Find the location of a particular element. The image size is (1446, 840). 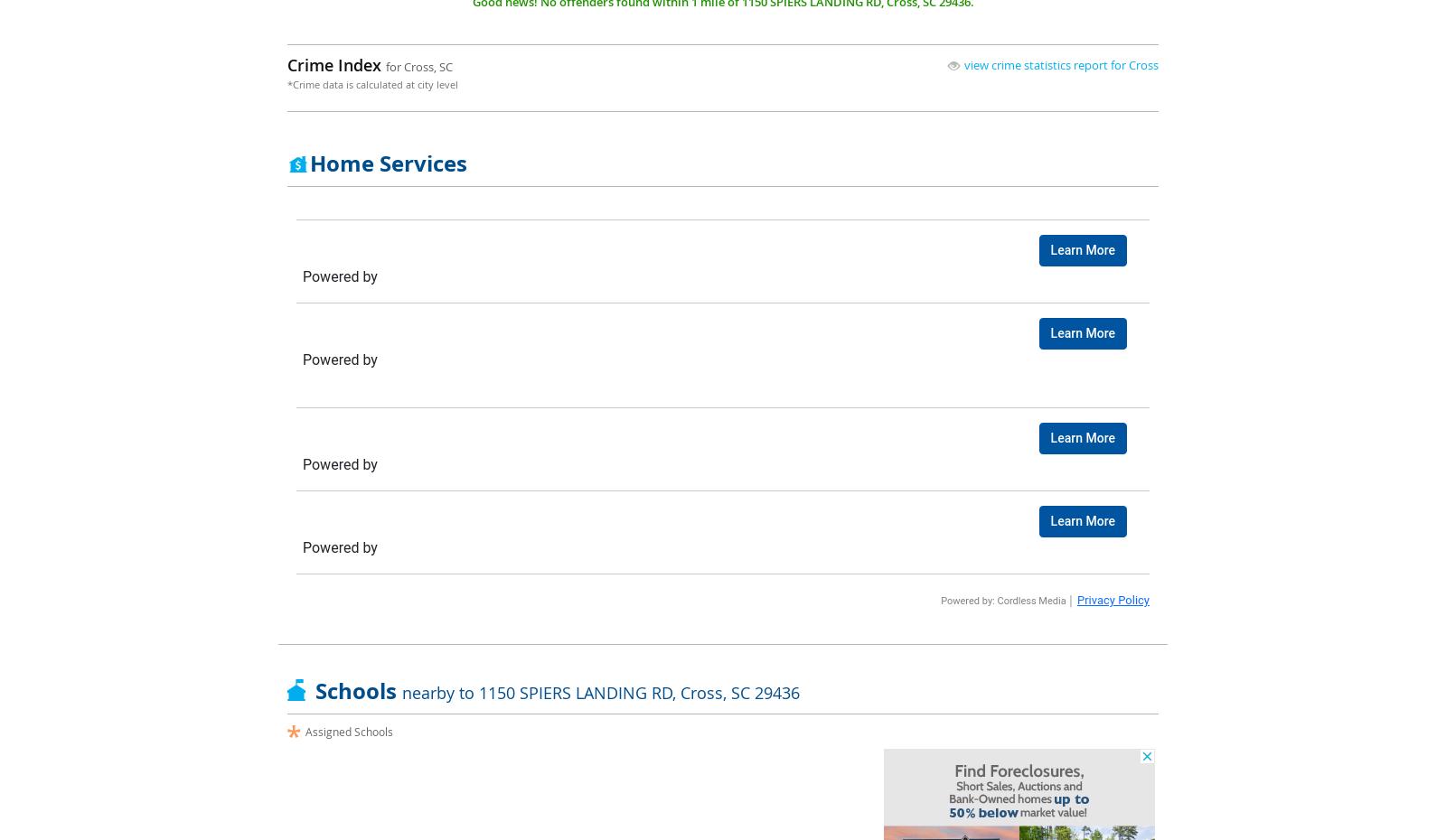

'*Crime data is calculated at city level' is located at coordinates (287, 84).